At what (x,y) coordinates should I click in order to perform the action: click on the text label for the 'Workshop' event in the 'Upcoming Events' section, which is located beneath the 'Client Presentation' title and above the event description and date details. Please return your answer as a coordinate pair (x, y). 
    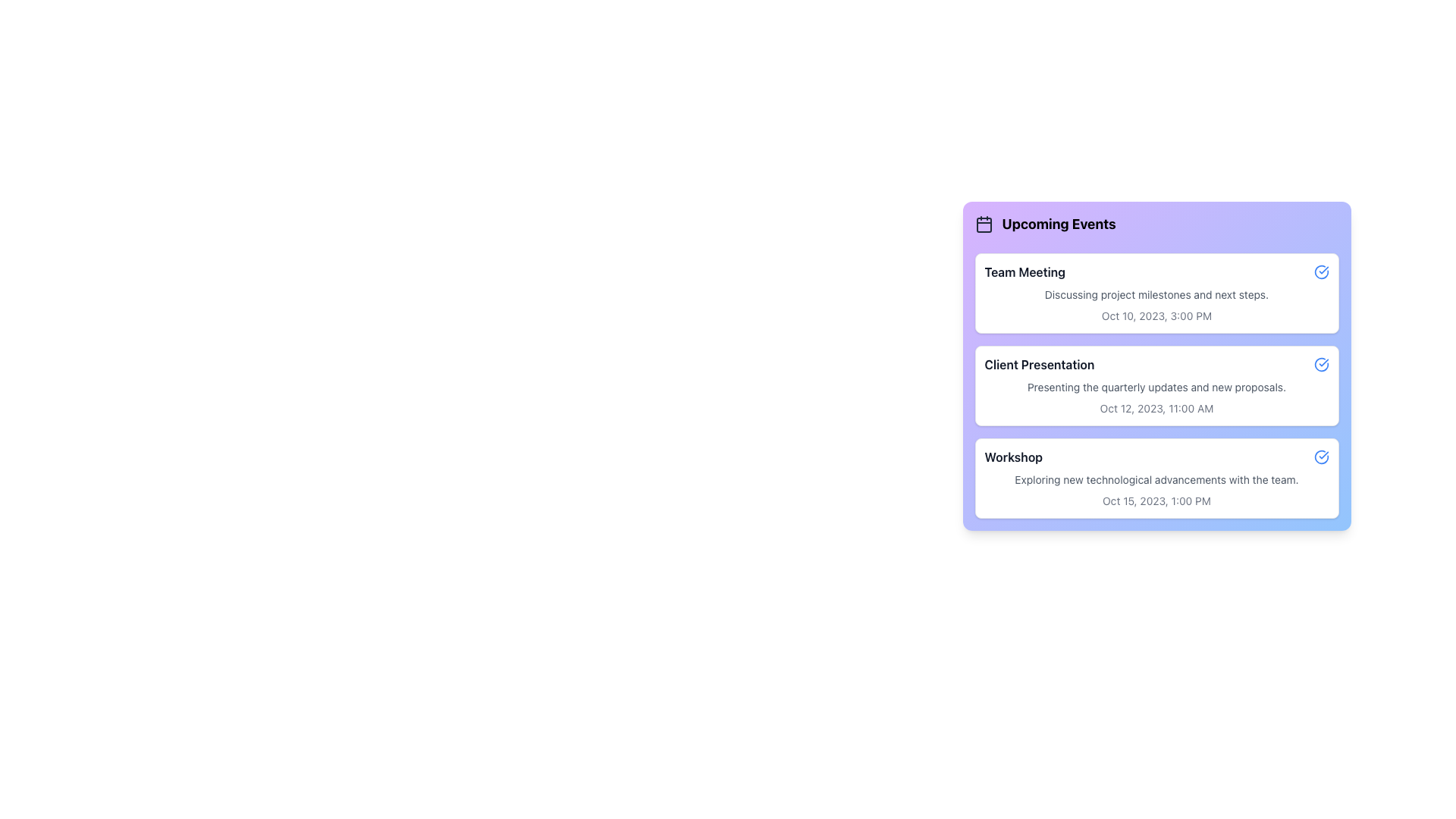
    Looking at the image, I should click on (1013, 456).